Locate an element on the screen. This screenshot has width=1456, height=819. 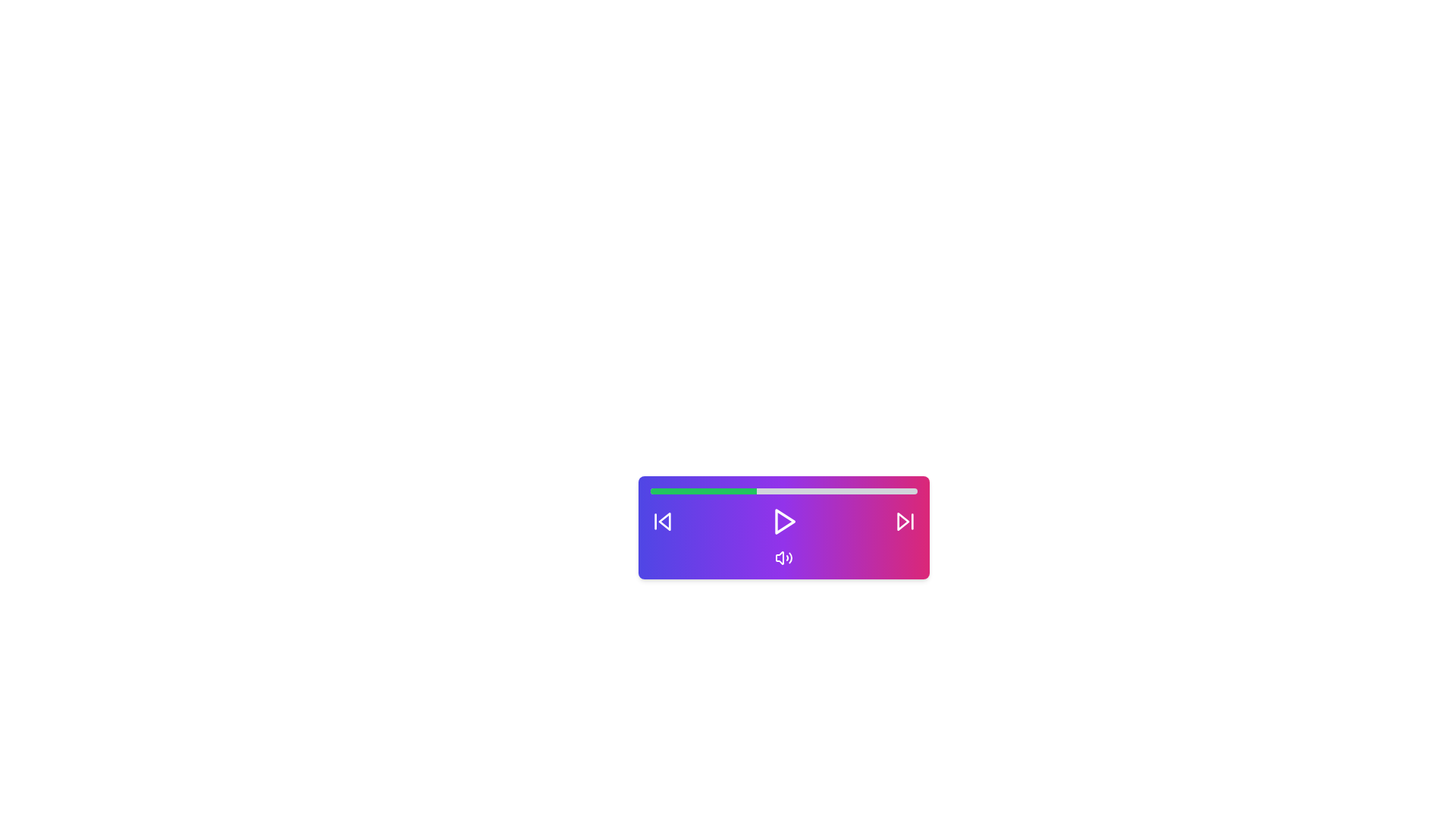
the volume to 19 percent is located at coordinates (700, 491).